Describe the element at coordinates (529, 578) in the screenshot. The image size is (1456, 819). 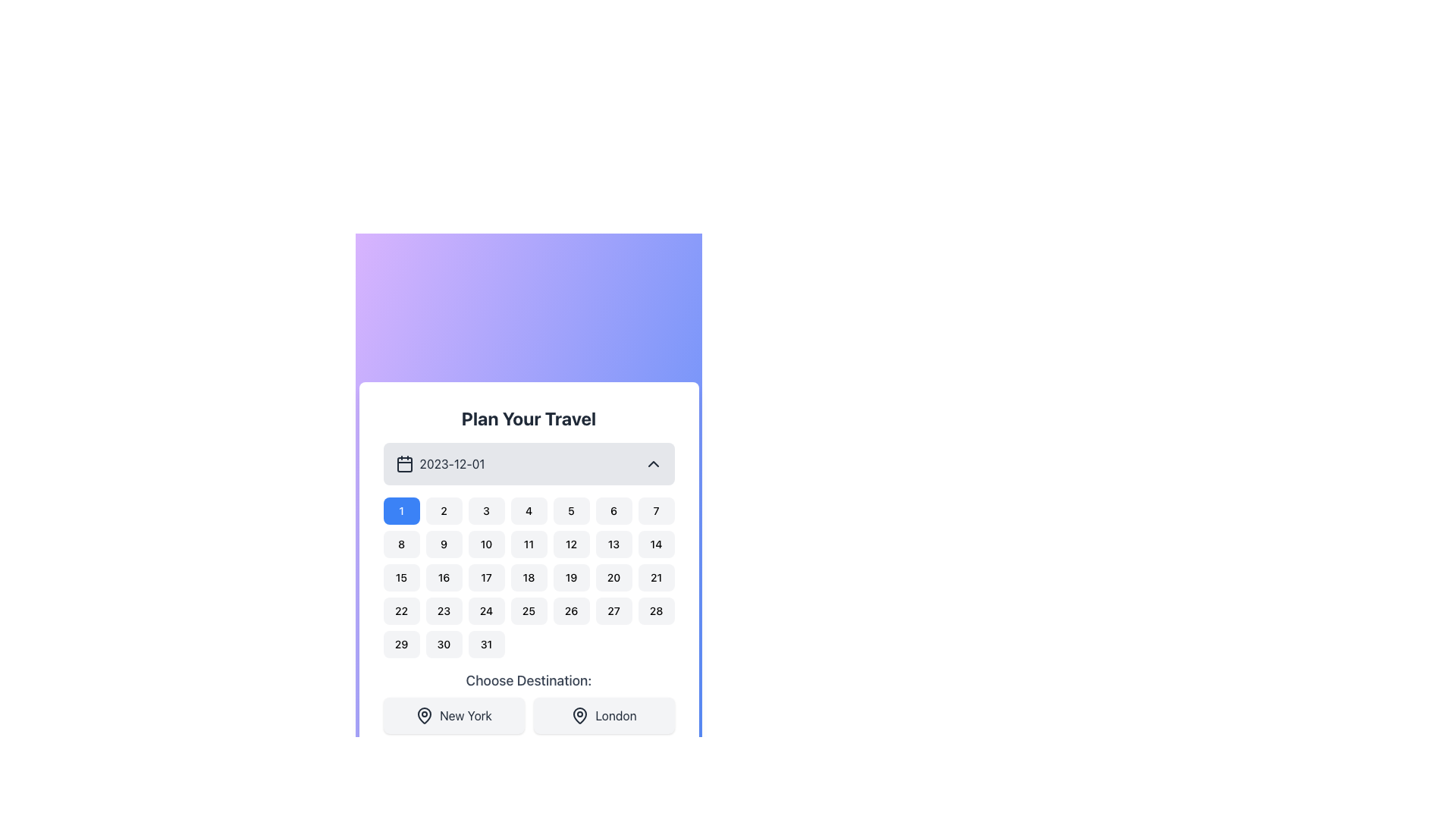
I see `the day in the Calendar grid element` at that location.